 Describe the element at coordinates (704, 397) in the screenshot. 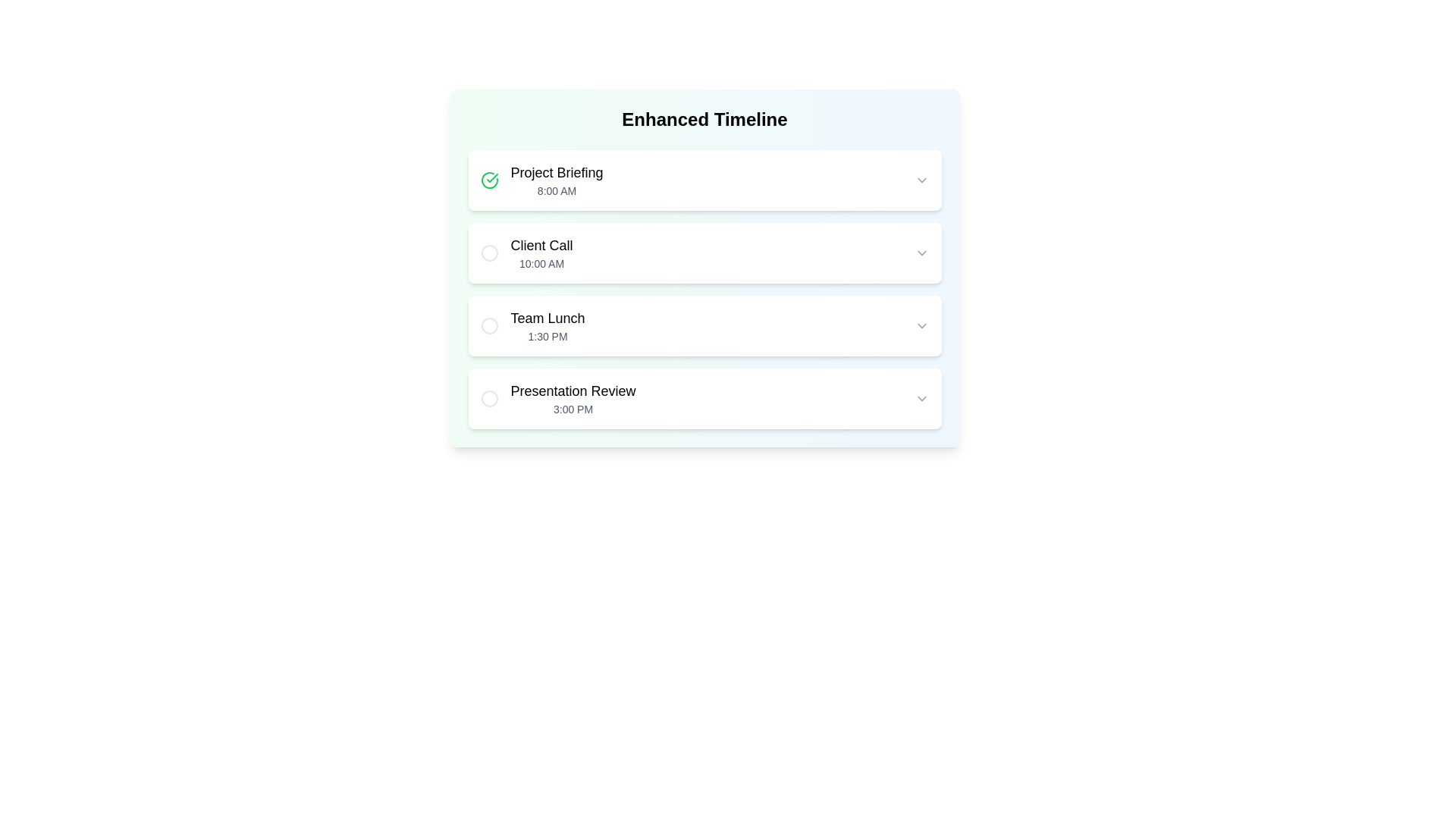

I see `the timeline list item containing 'Presentation Review'` at that location.